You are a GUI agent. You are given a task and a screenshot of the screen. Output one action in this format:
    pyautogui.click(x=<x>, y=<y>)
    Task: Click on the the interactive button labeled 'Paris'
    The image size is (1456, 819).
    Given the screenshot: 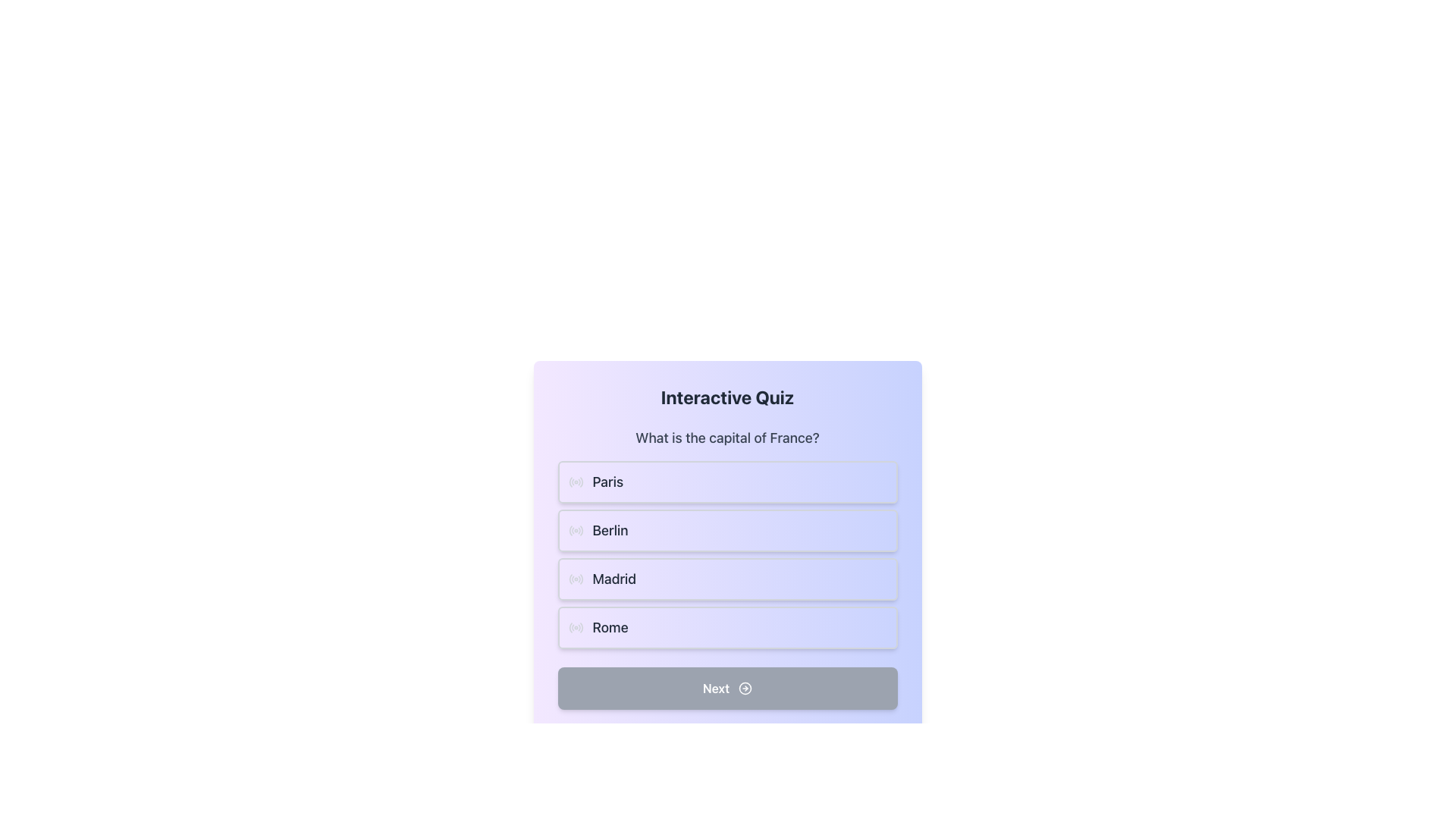 What is the action you would take?
    pyautogui.click(x=607, y=482)
    